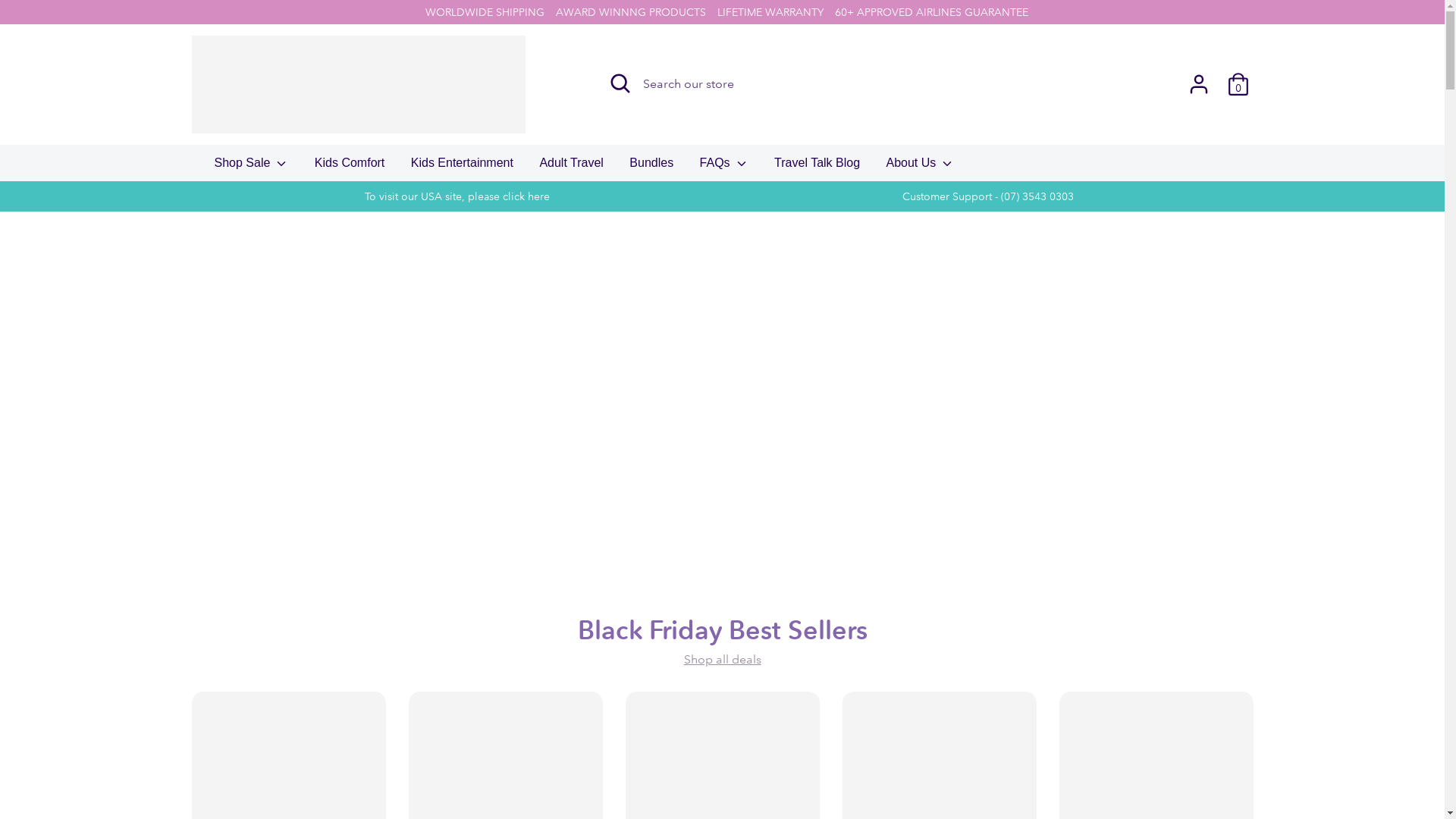  I want to click on 'Kids Comfort', so click(348, 167).